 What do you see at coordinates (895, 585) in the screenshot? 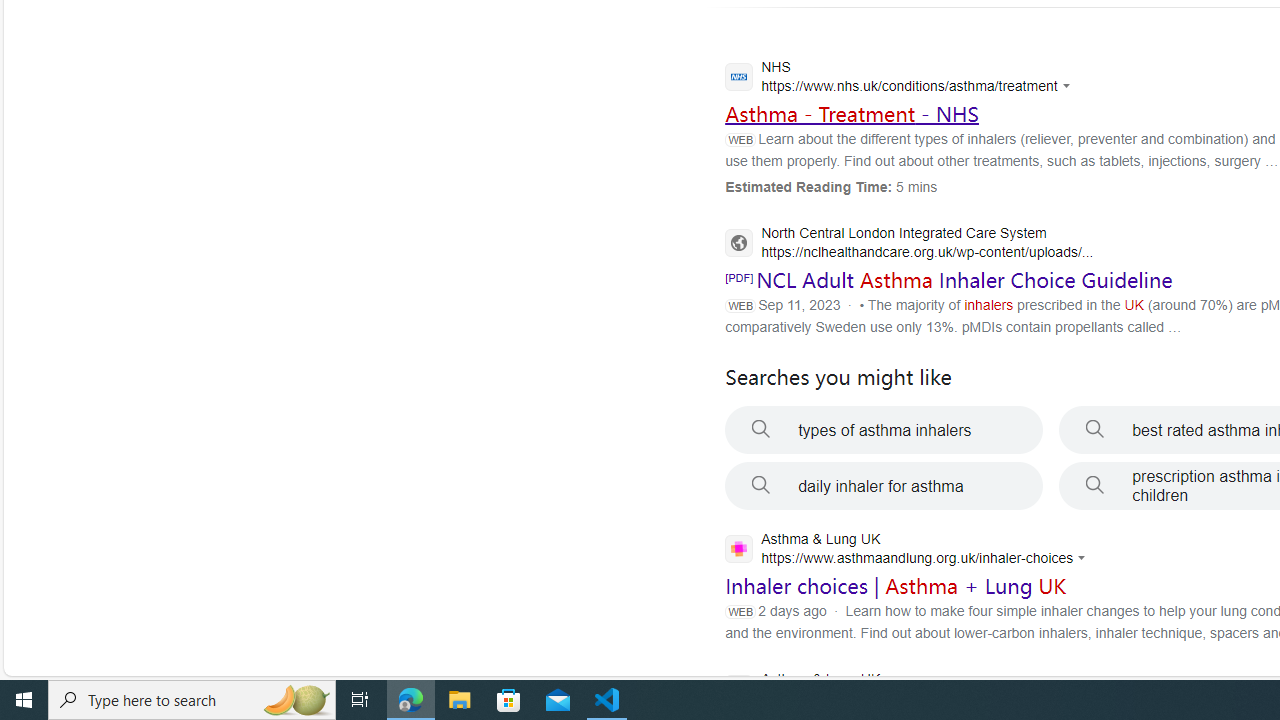
I see `'Inhaler choices | Asthma + Lung UK'` at bounding box center [895, 585].